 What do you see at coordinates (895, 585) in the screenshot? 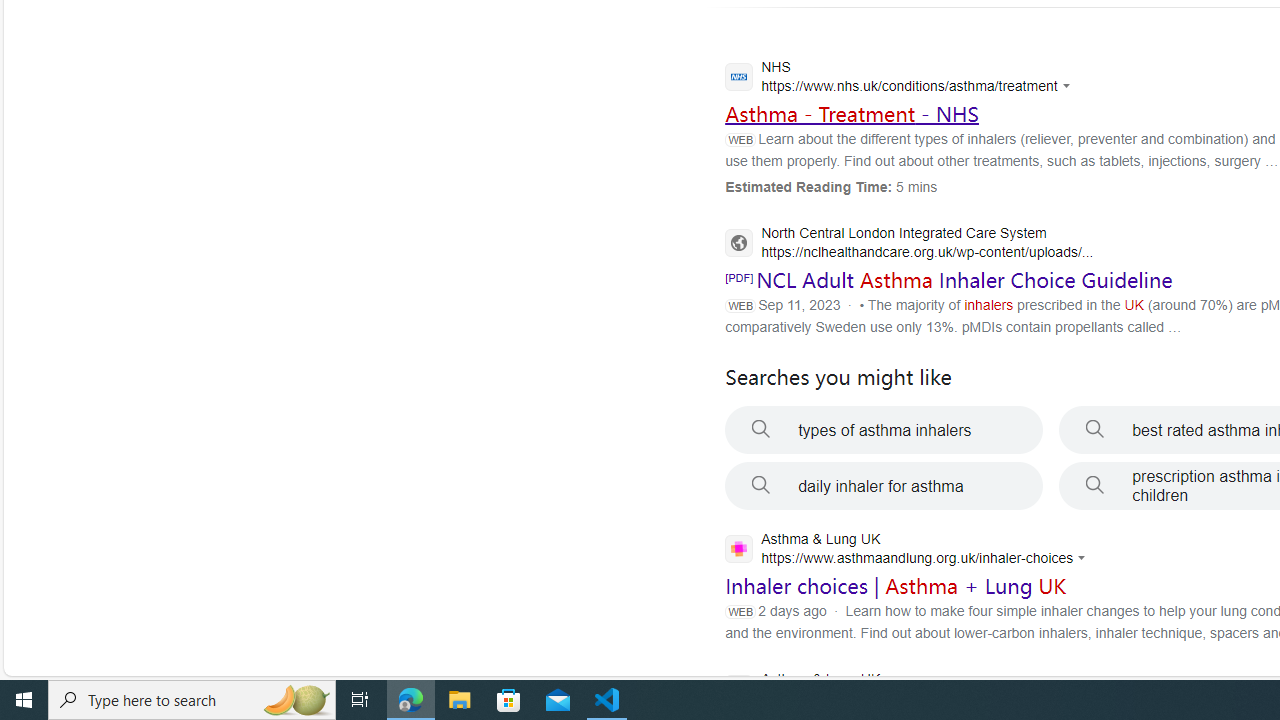
I see `'Inhaler choices | Asthma + Lung UK'` at bounding box center [895, 585].